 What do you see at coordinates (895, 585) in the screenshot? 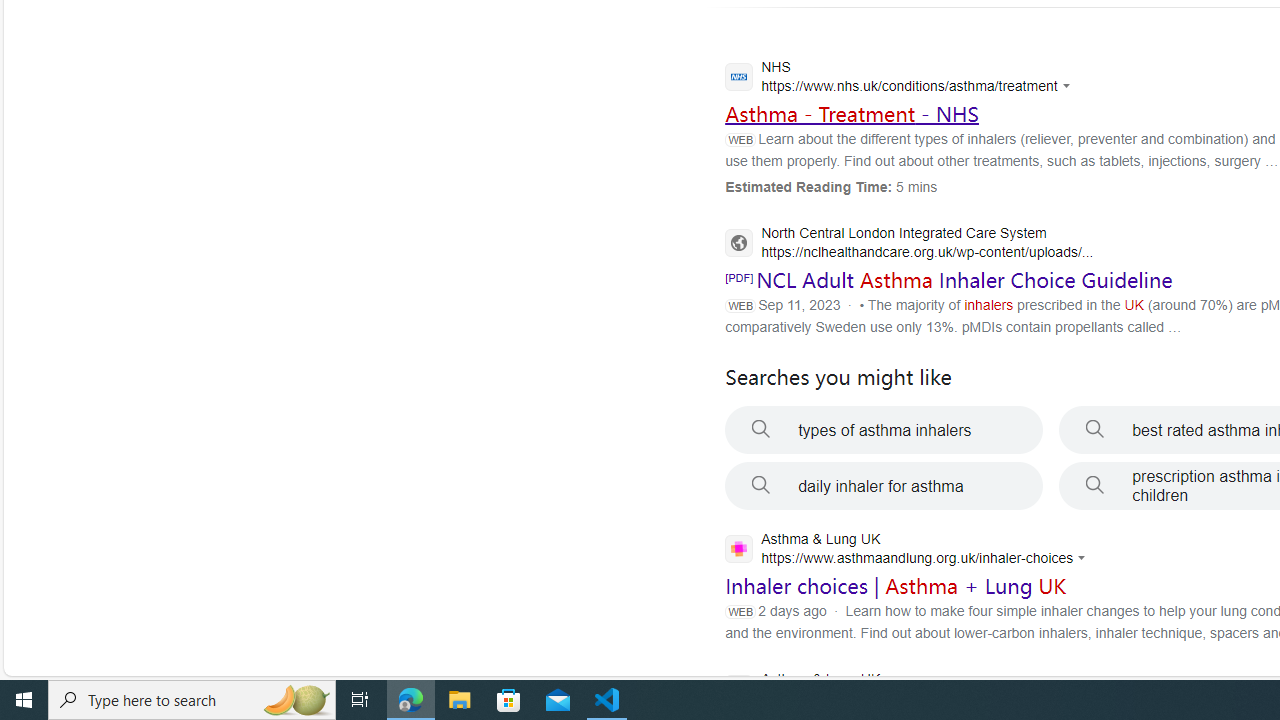
I see `'Inhaler choices | Asthma + Lung UK'` at bounding box center [895, 585].